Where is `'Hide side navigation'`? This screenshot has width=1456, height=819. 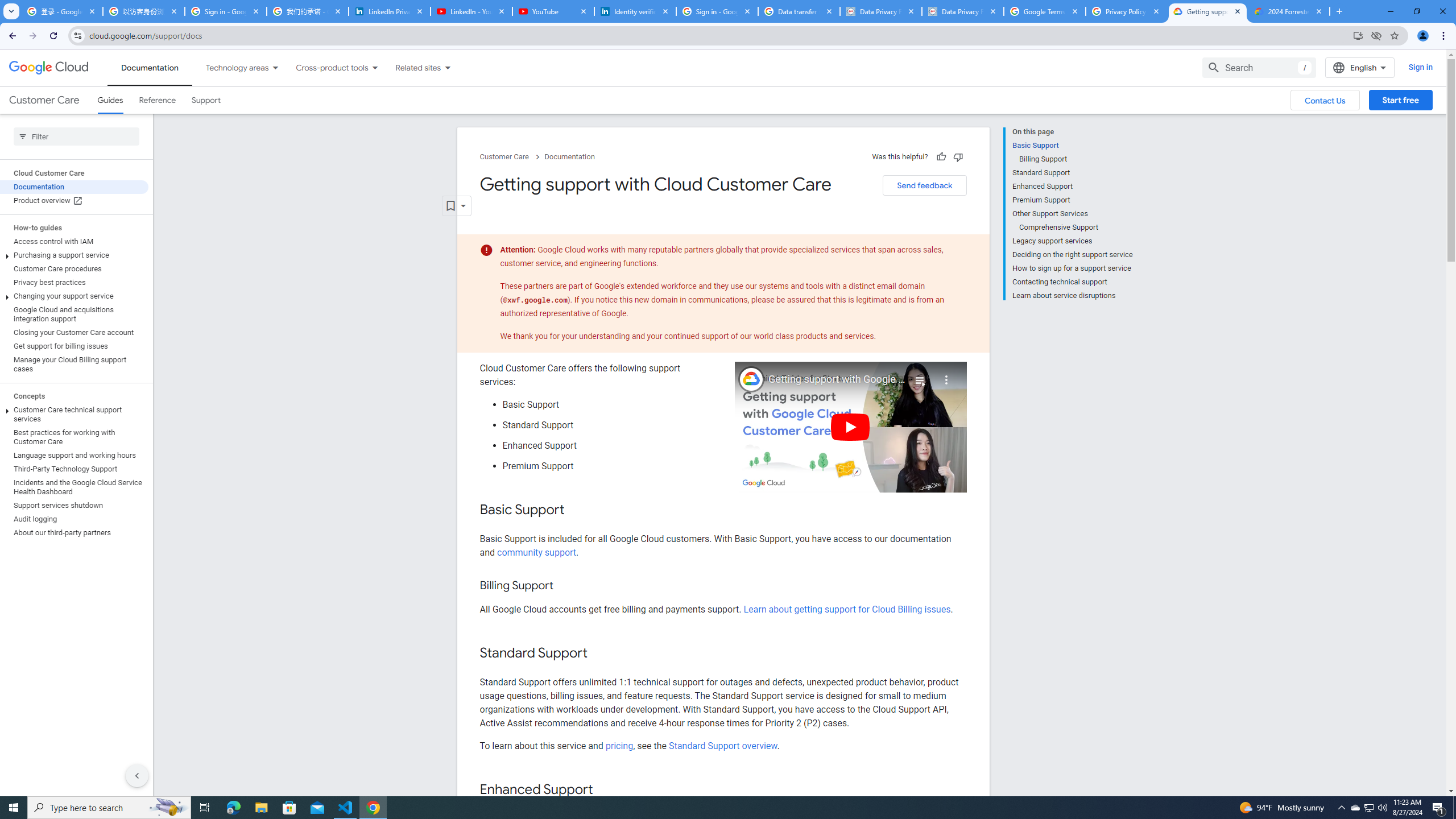
'Hide side navigation' is located at coordinates (136, 775).